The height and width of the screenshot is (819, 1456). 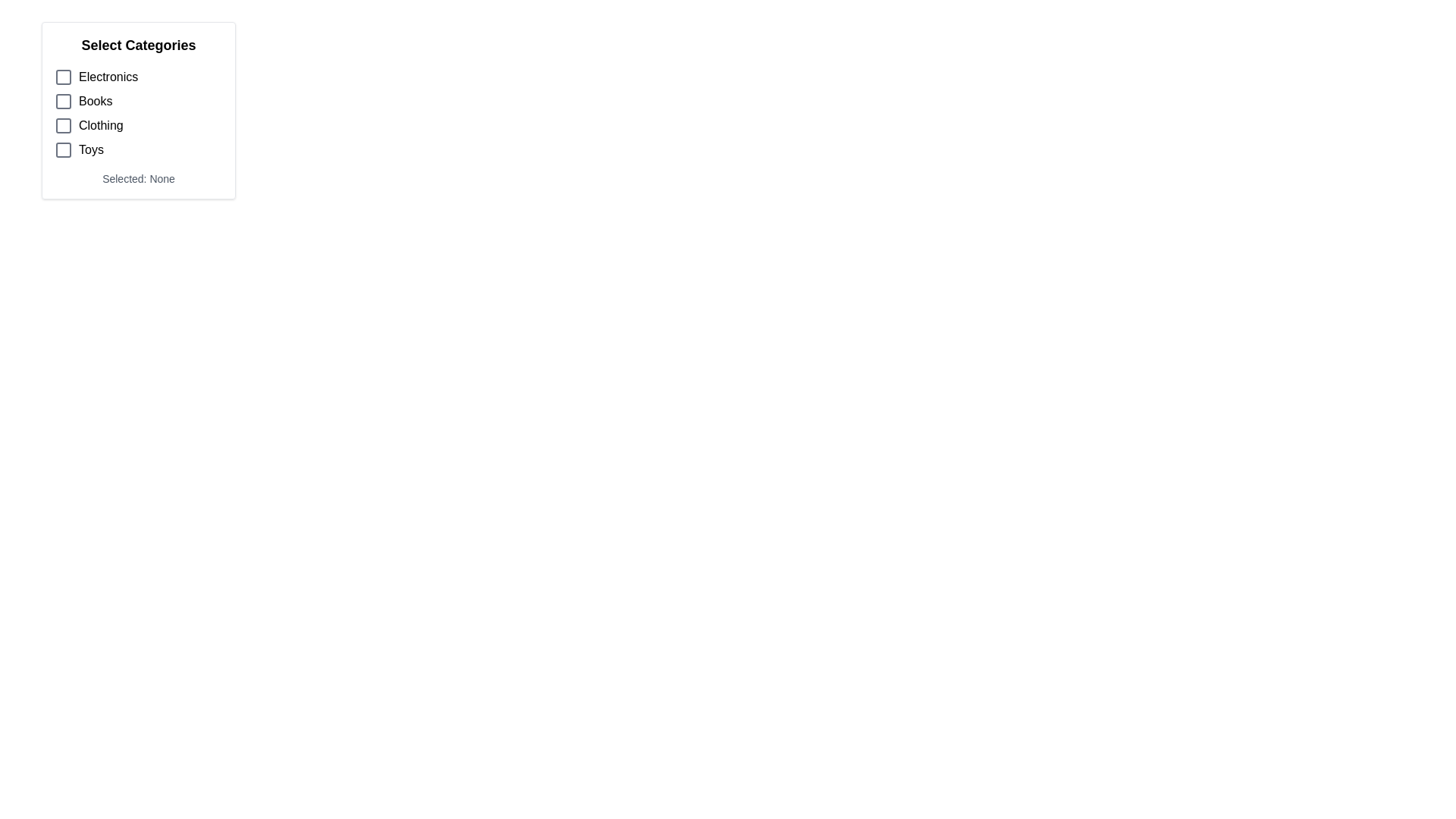 I want to click on on the checkbox indicator for the 'Clothing' option in the 'Select Categories' section, so click(x=62, y=124).